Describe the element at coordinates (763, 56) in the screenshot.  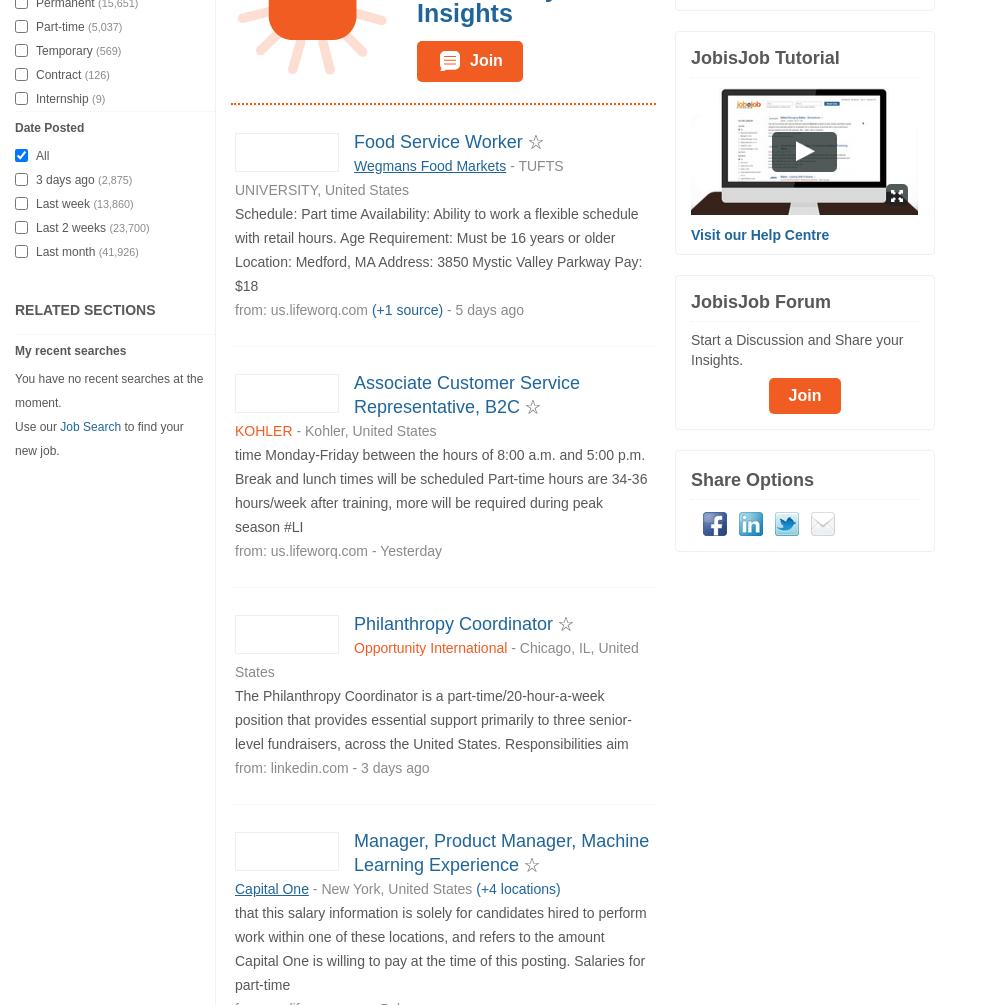
I see `'JobisJob Tutorial'` at that location.